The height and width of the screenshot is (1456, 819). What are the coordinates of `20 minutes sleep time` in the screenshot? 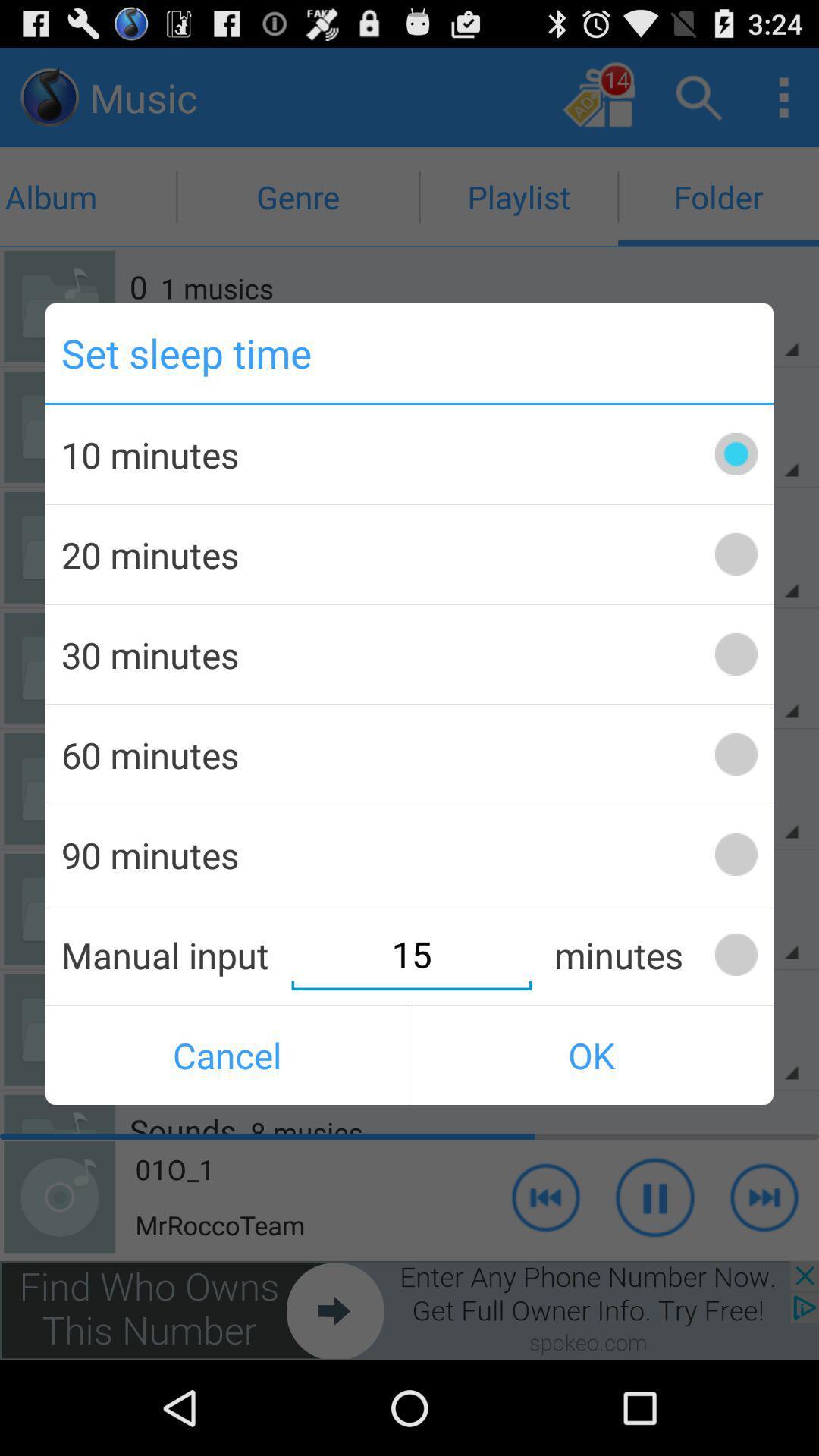 It's located at (735, 554).